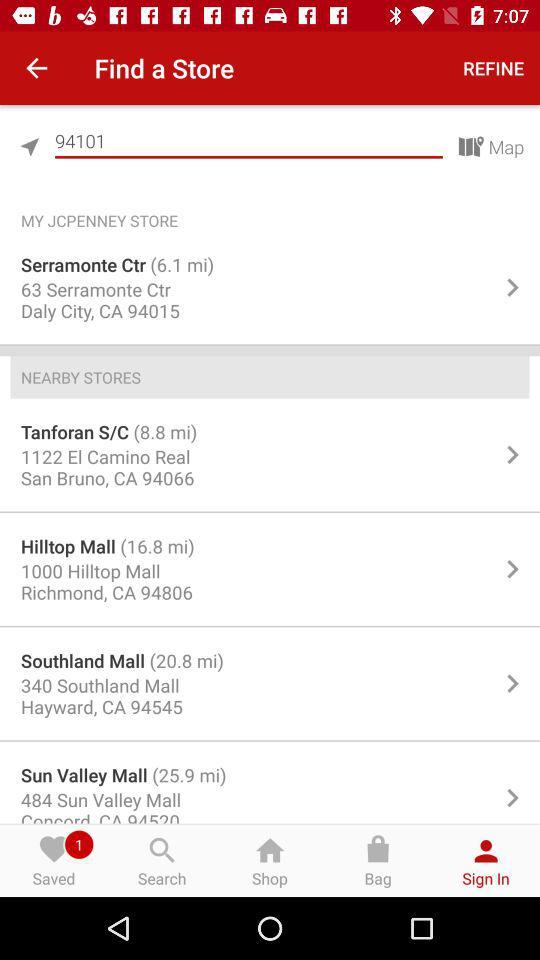 Image resolution: width=540 pixels, height=960 pixels. I want to click on refine, so click(492, 68).